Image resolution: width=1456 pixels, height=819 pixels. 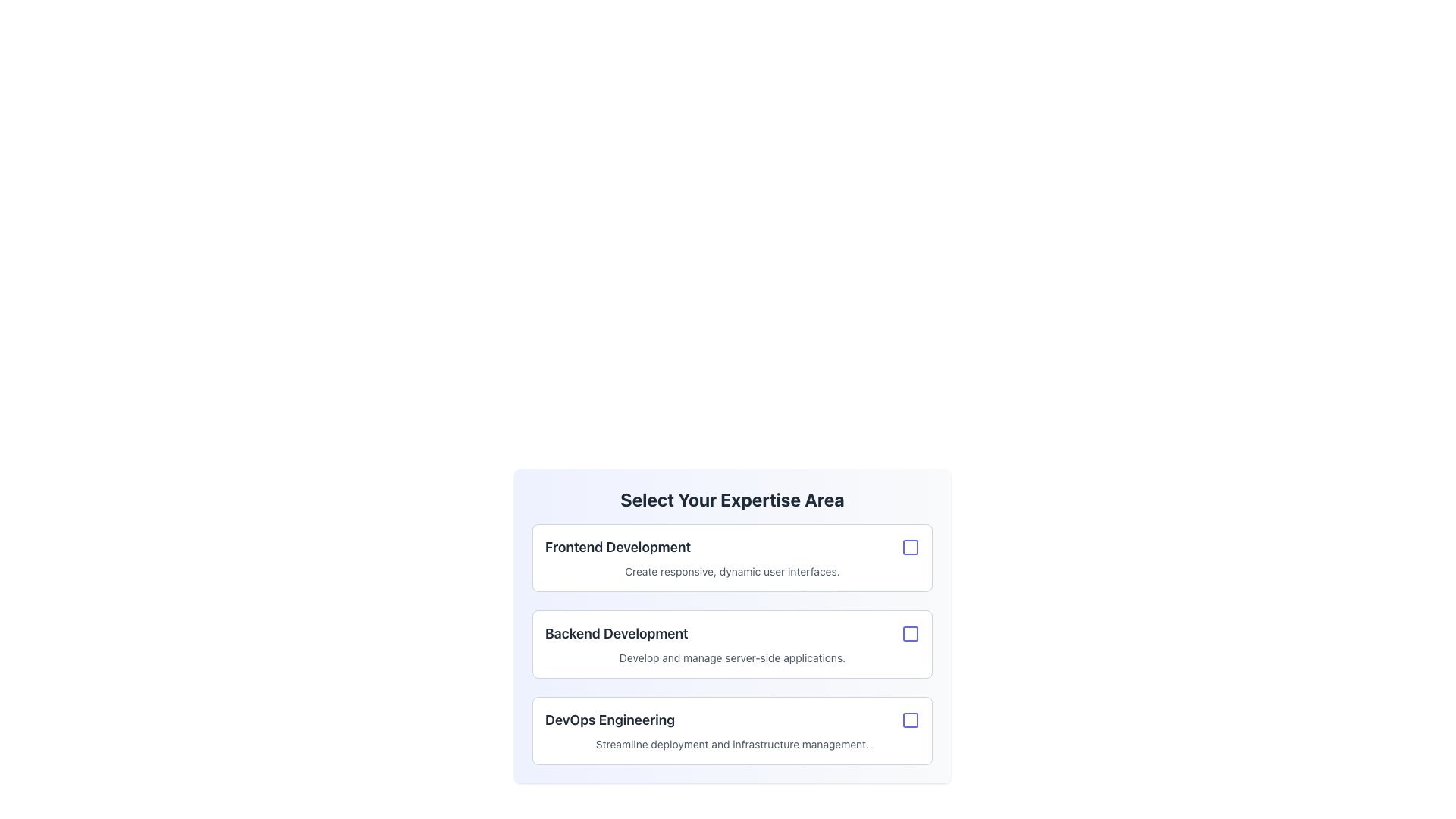 What do you see at coordinates (732, 500) in the screenshot?
I see `the main heading text element that provides context for selecting an area of expertise, located centrally at the top of the card` at bounding box center [732, 500].